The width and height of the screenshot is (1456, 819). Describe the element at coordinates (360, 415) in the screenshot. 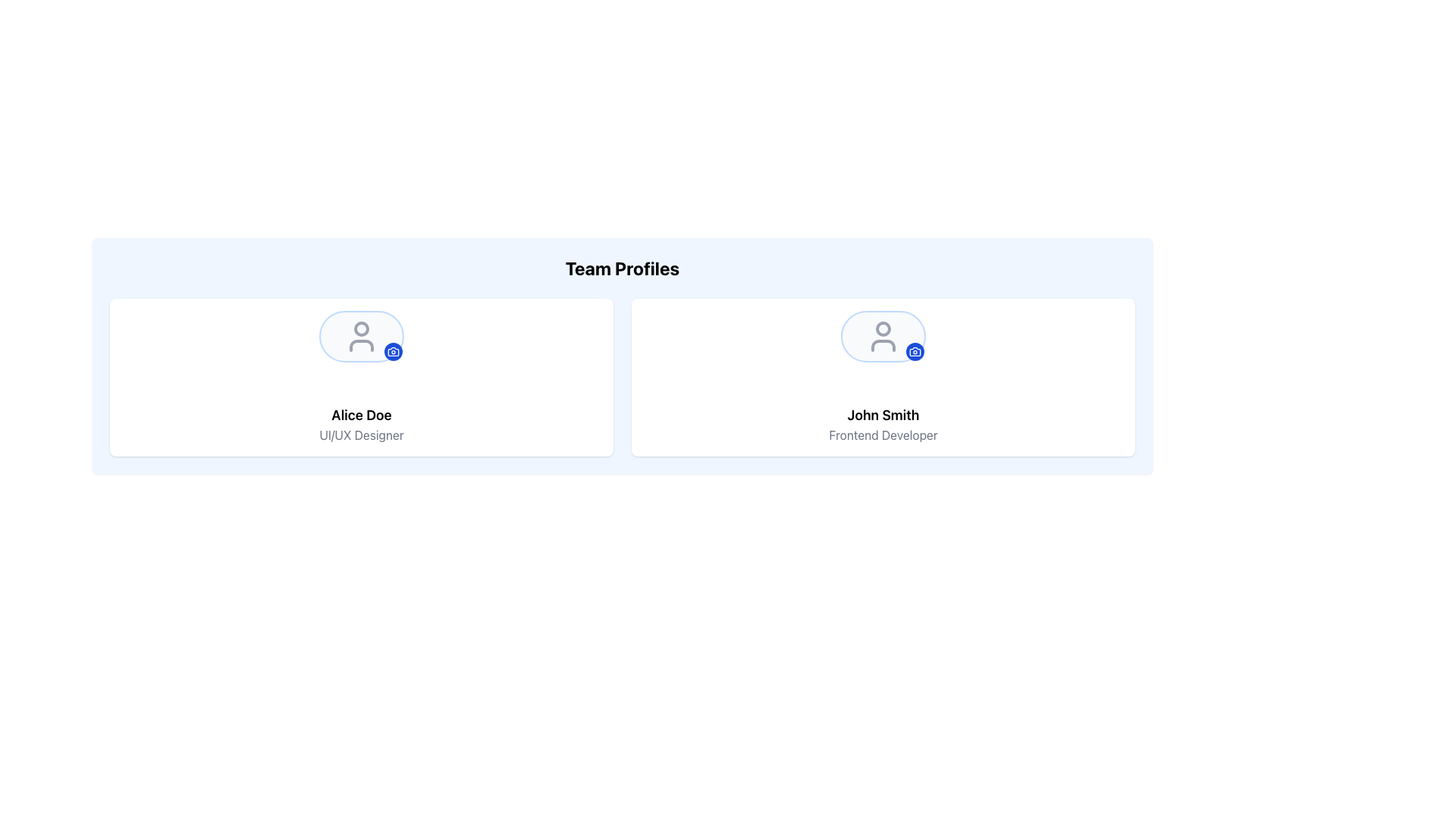

I see `the text label displaying 'Alice Doe' in bold, located at the bottom of the left profile card under 'Team Profiles'` at that location.